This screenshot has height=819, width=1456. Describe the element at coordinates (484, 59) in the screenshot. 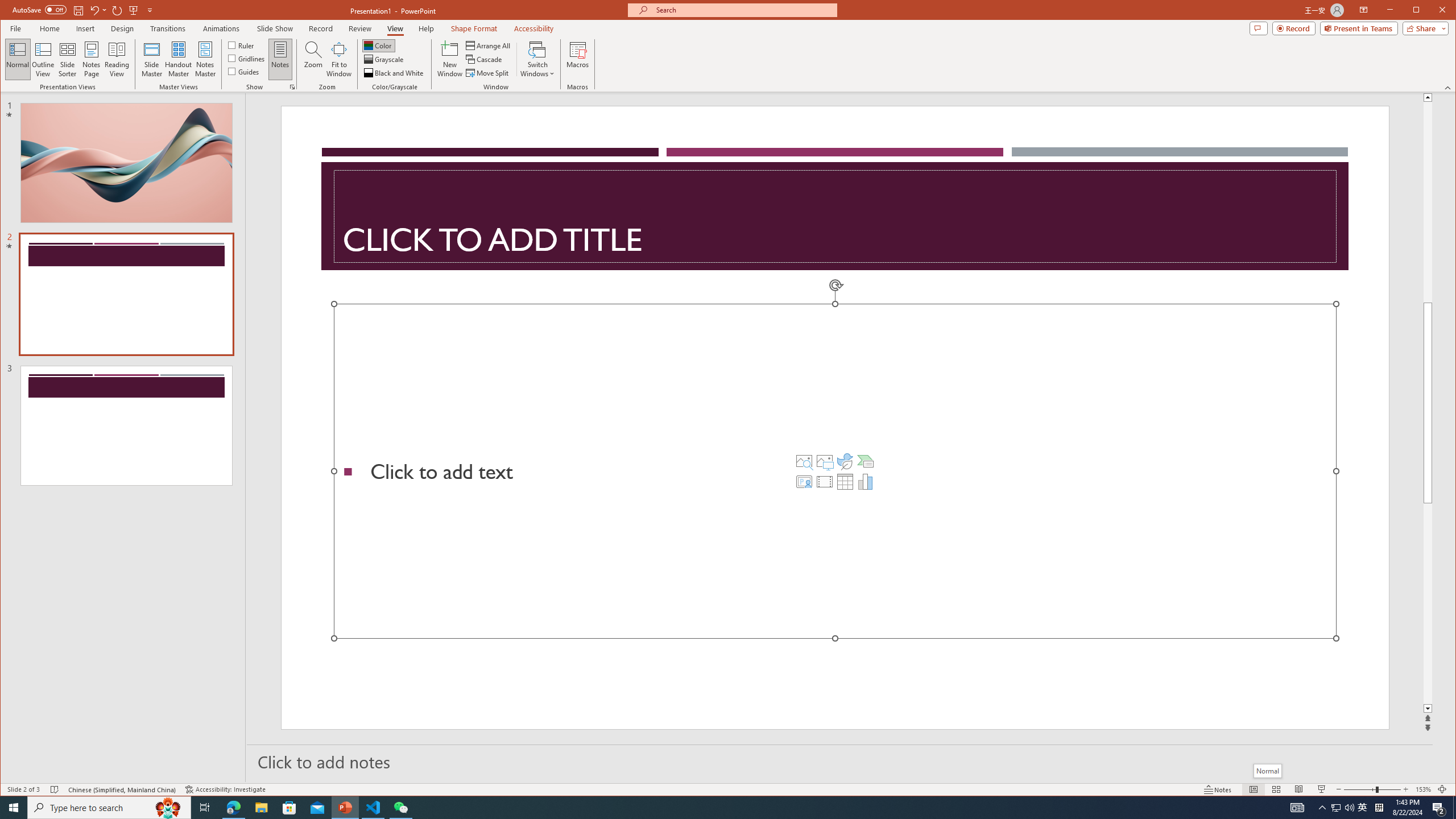

I see `'Cascade'` at that location.